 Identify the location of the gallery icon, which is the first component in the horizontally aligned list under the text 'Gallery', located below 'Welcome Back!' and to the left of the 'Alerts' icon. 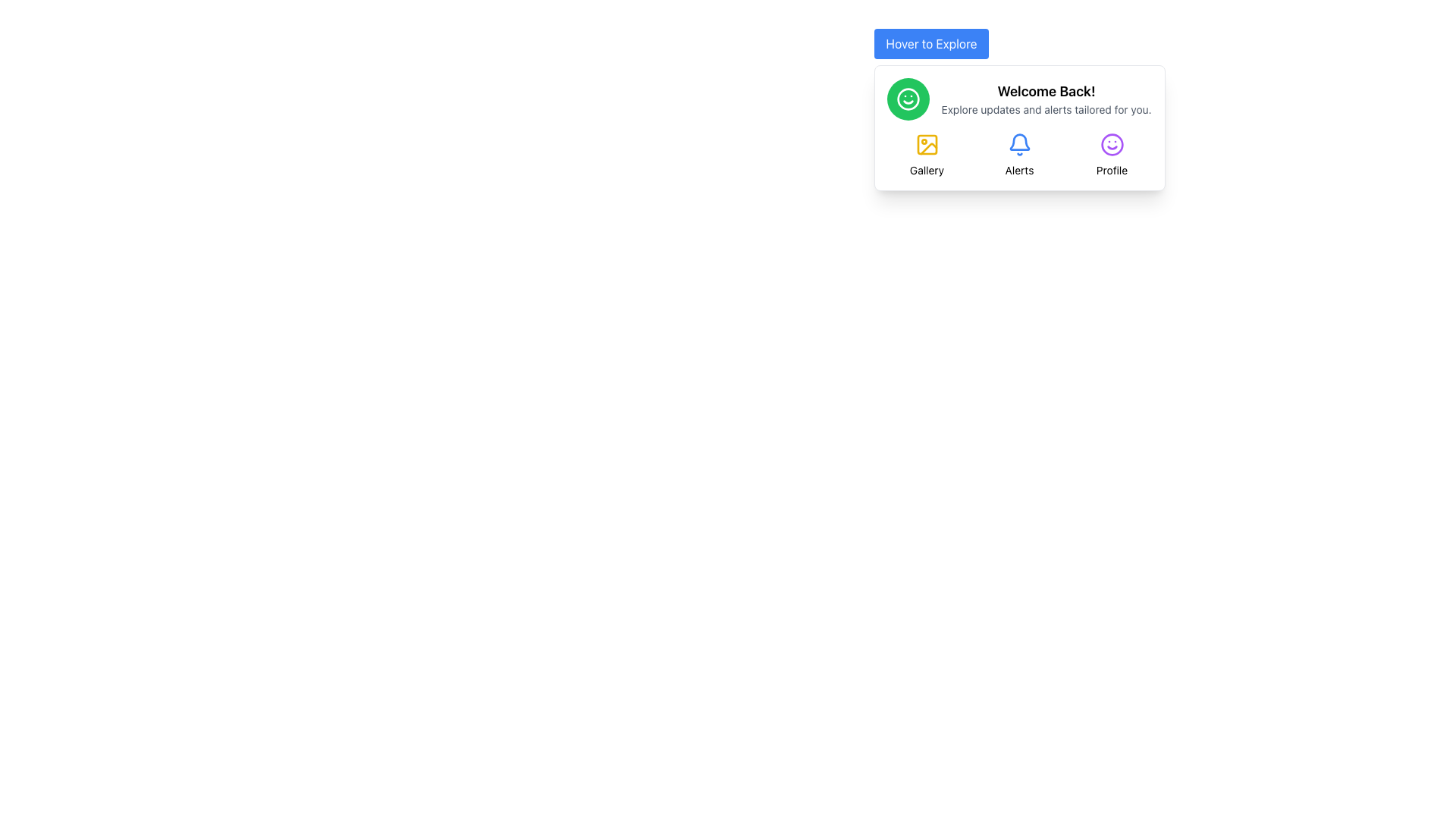
(926, 145).